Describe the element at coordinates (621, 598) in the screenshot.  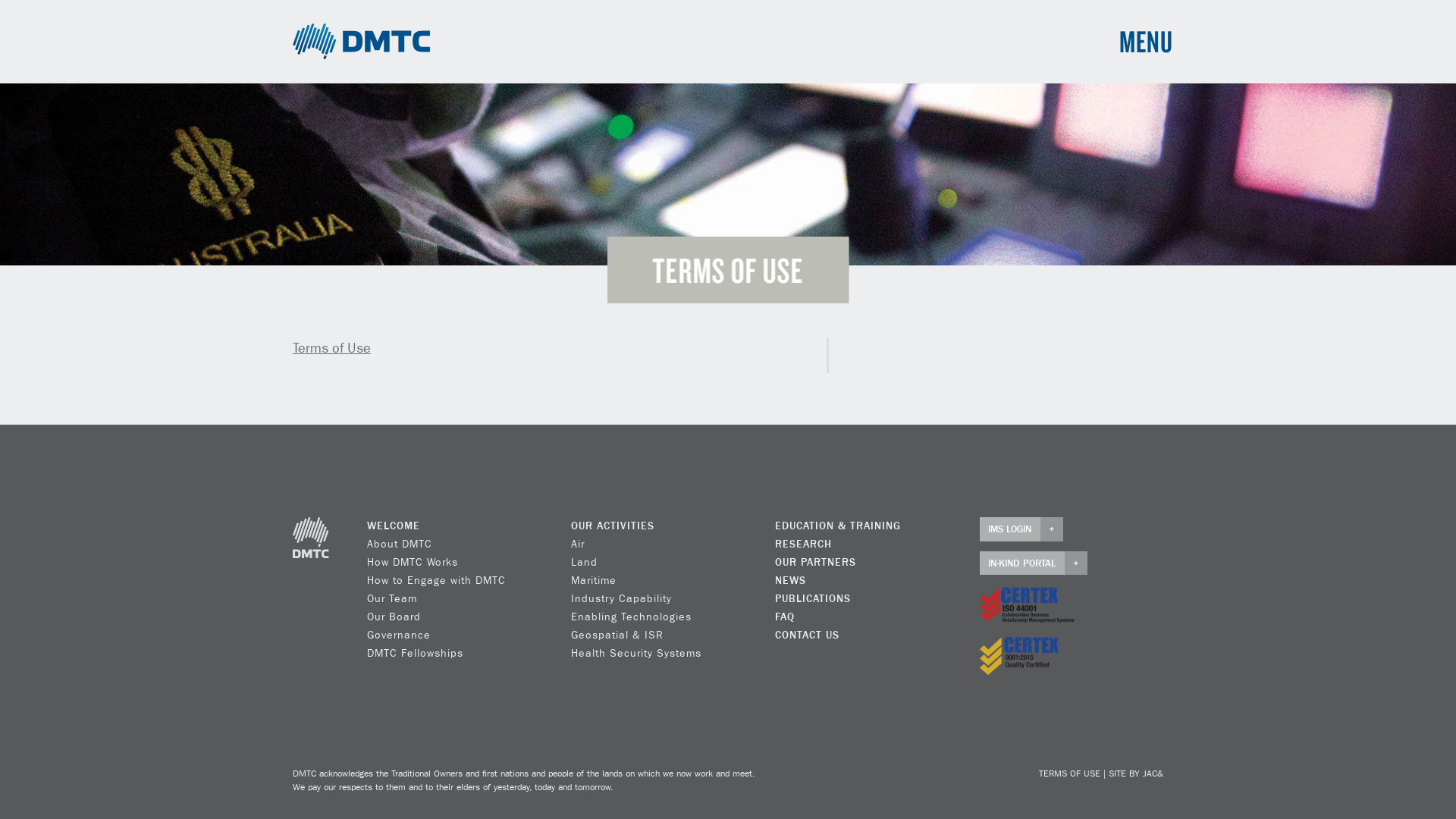
I see `'Industry Capability'` at that location.